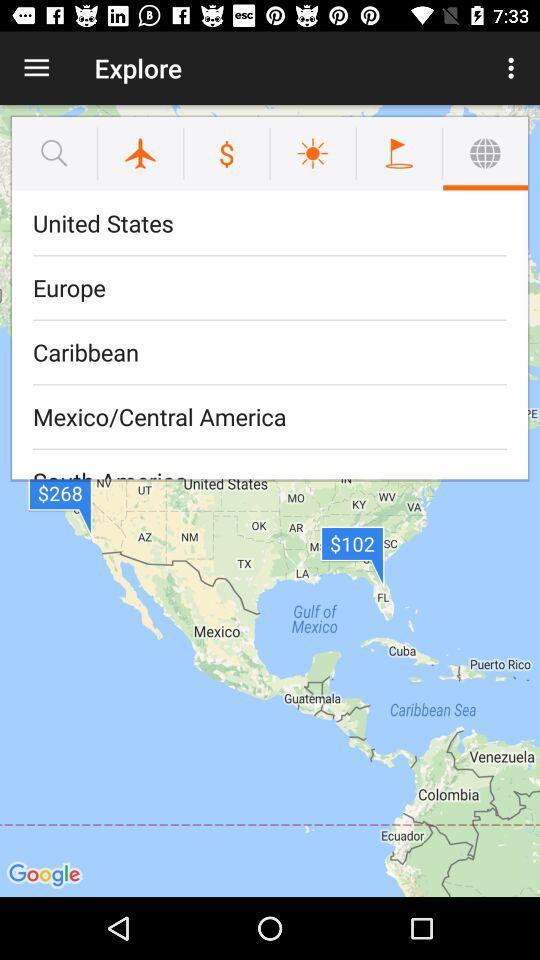 The height and width of the screenshot is (960, 540). I want to click on caribbean icon, so click(270, 352).